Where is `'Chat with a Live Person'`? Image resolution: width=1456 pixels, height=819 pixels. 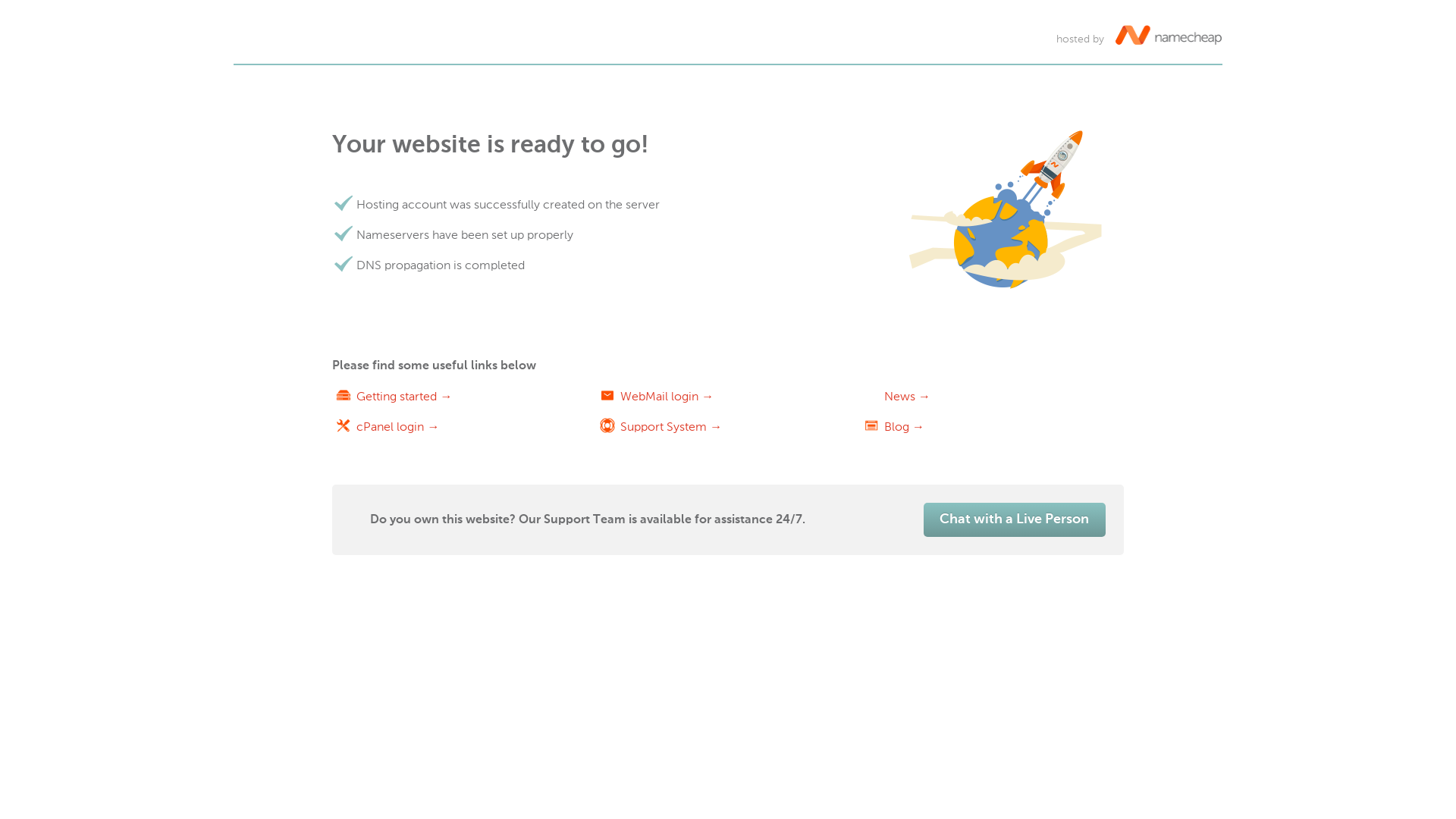
'Chat with a Live Person' is located at coordinates (923, 519).